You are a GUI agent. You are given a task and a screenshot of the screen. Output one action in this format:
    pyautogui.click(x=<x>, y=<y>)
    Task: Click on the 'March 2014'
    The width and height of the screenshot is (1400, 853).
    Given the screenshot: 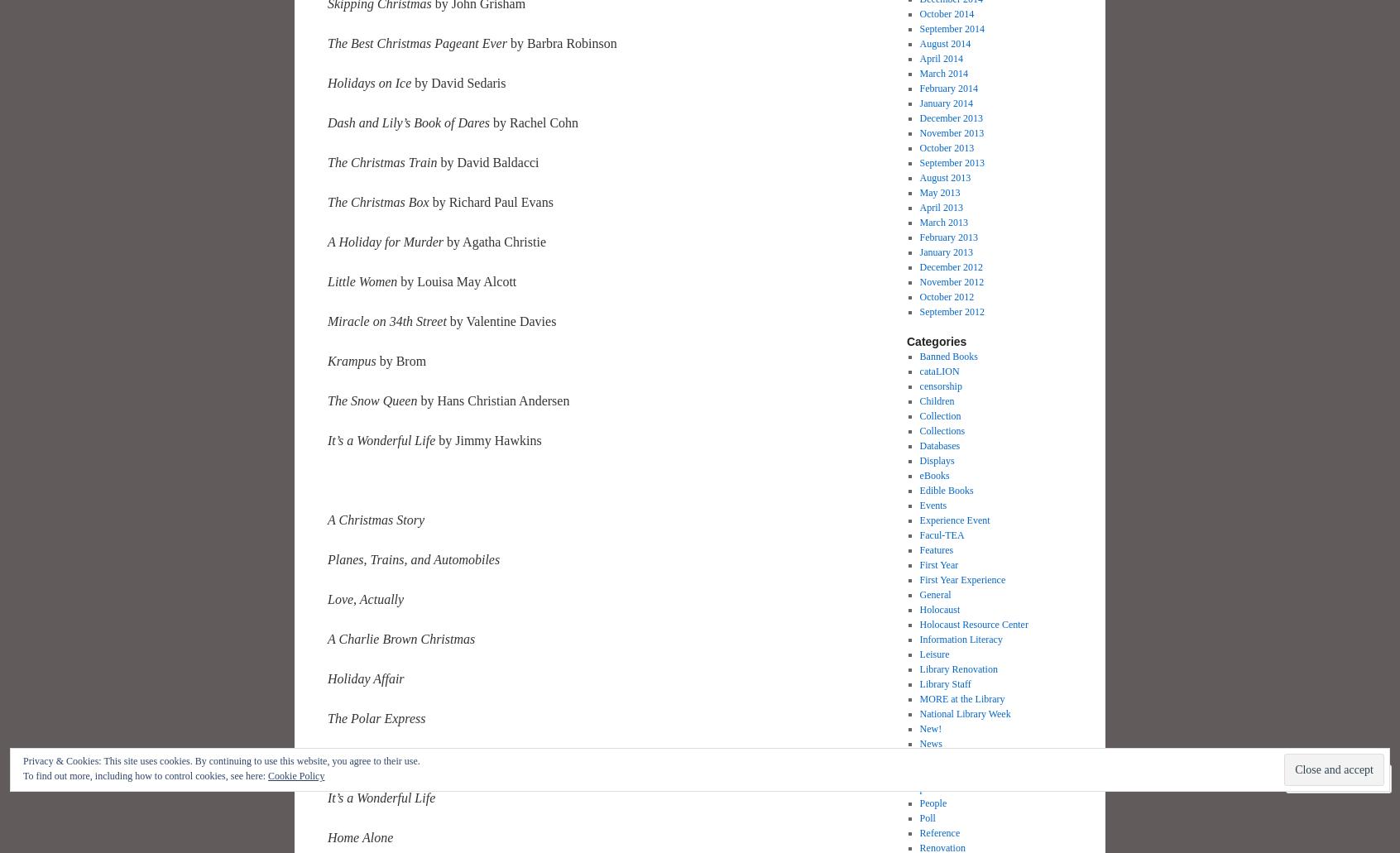 What is the action you would take?
    pyautogui.click(x=942, y=73)
    